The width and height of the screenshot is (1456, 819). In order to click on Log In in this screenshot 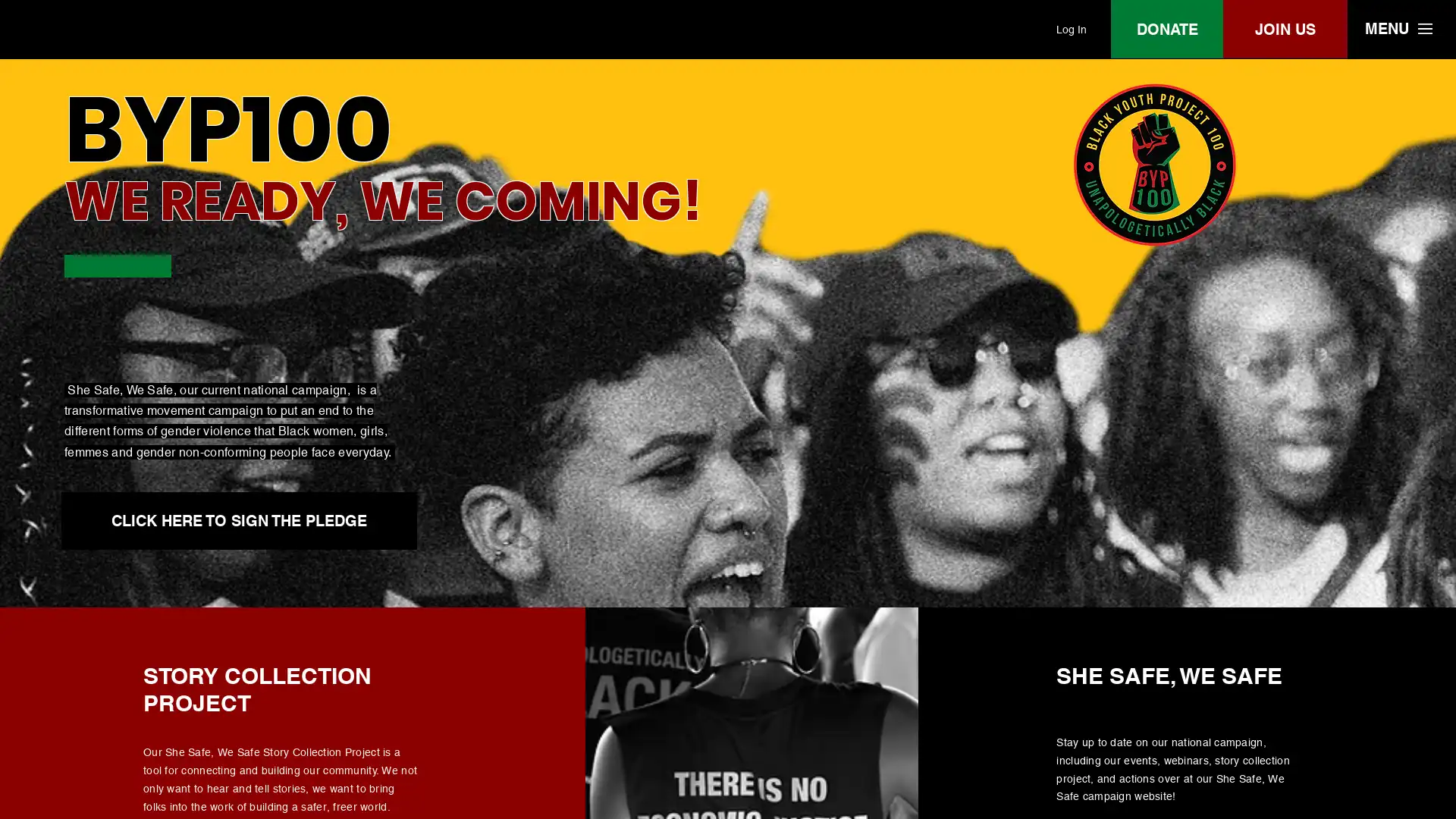, I will do `click(1070, 29)`.